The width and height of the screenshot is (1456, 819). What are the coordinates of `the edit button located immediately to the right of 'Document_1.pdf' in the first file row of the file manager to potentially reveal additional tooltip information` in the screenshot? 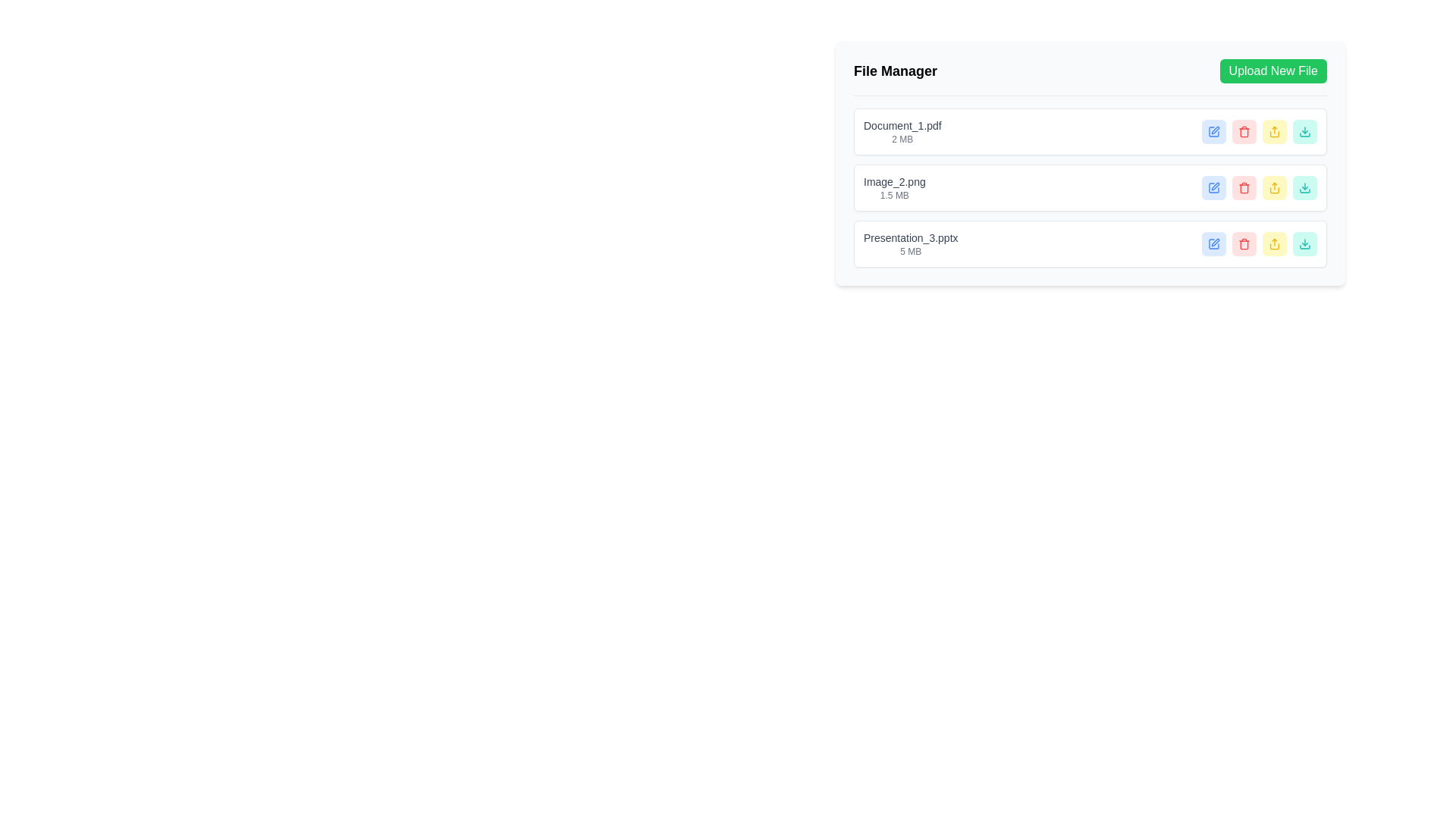 It's located at (1214, 130).